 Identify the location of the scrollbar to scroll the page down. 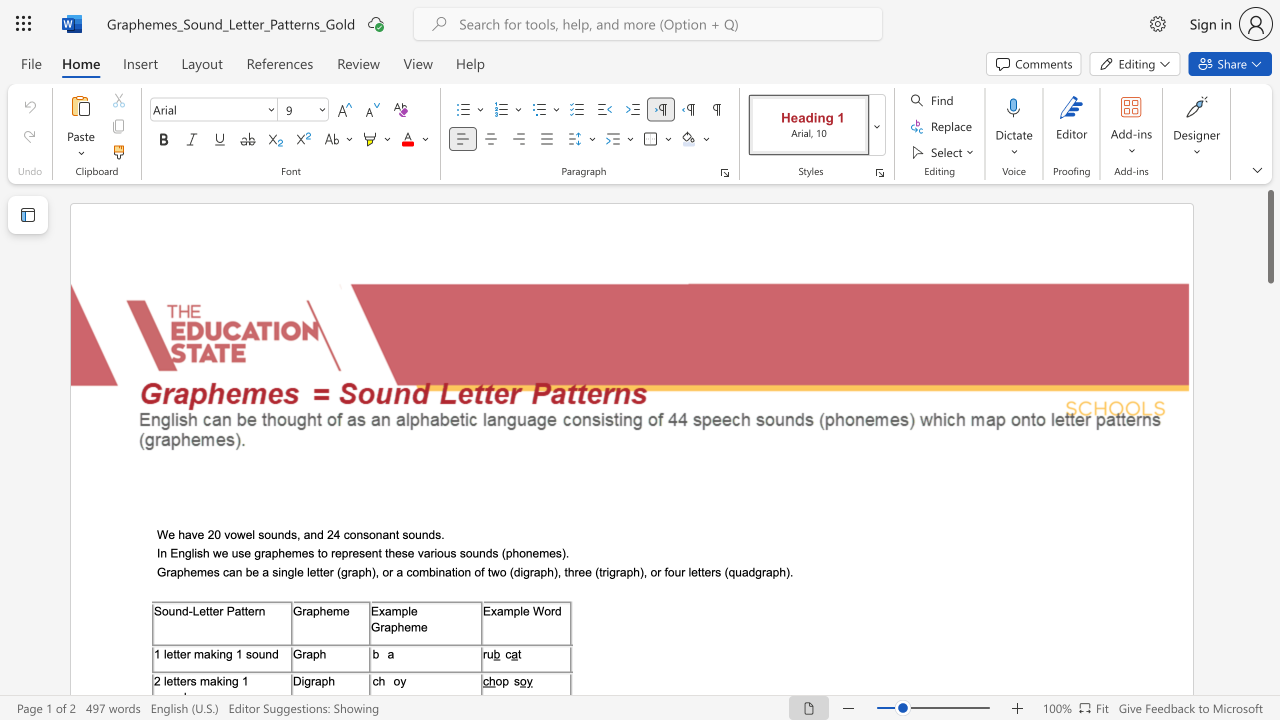
(1269, 318).